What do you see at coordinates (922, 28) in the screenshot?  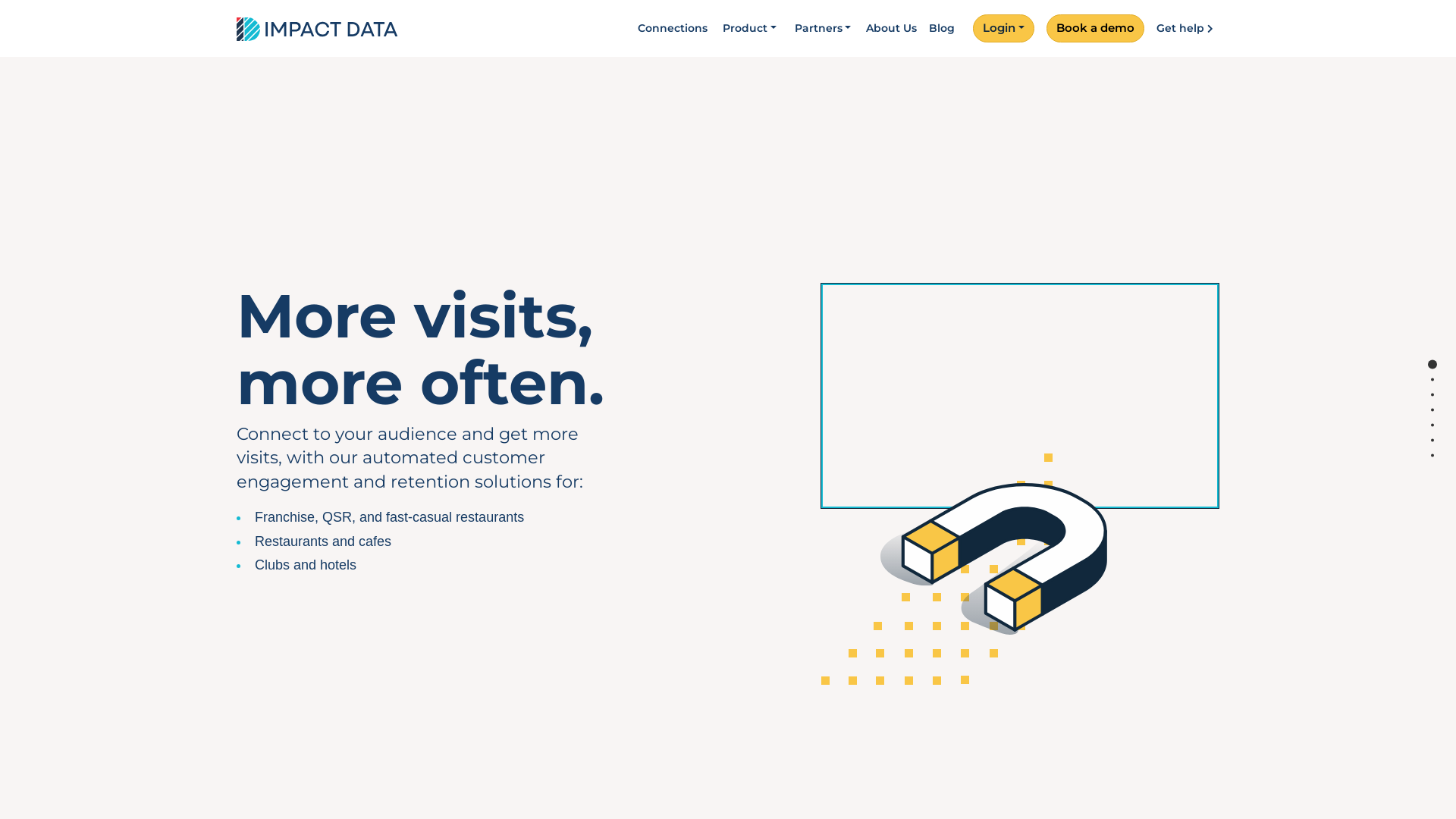 I see `'Blog'` at bounding box center [922, 28].